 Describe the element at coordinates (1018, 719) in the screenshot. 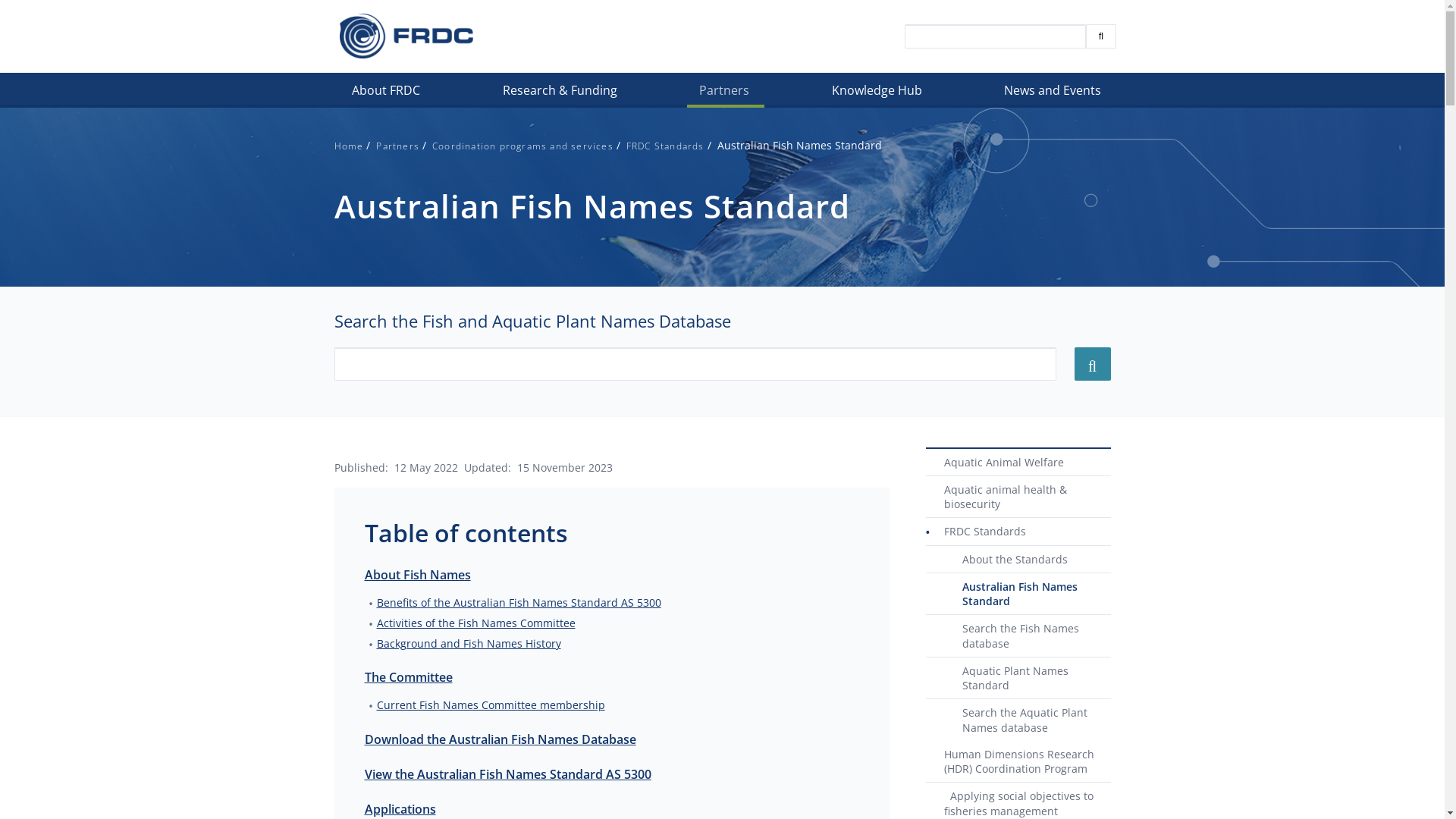

I see `'Search the Aquatic Plant Names database'` at that location.